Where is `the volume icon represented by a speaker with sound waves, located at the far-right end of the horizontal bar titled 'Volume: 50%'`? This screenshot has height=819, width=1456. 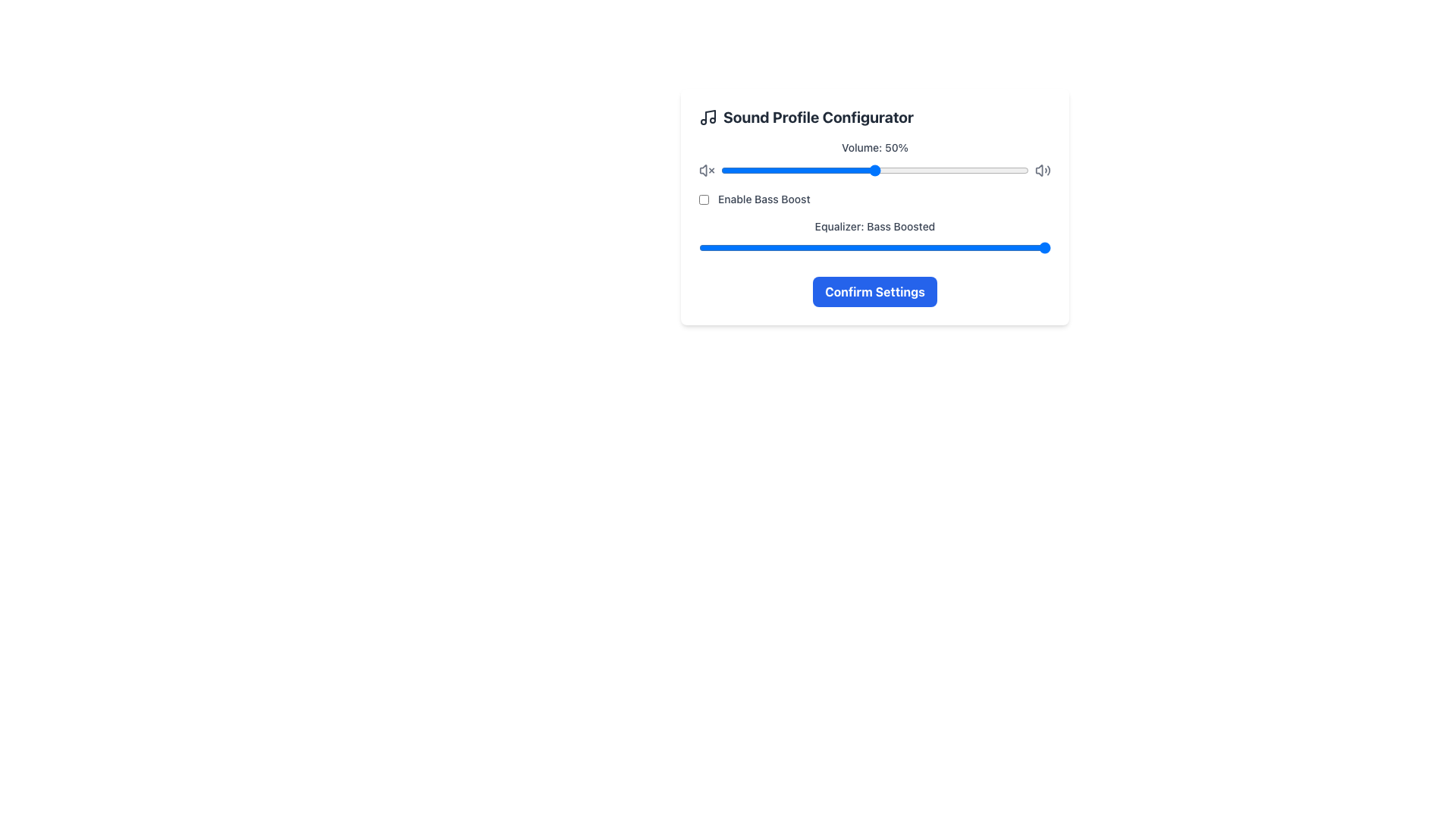
the volume icon represented by a speaker with sound waves, located at the far-right end of the horizontal bar titled 'Volume: 50%' is located at coordinates (1042, 170).